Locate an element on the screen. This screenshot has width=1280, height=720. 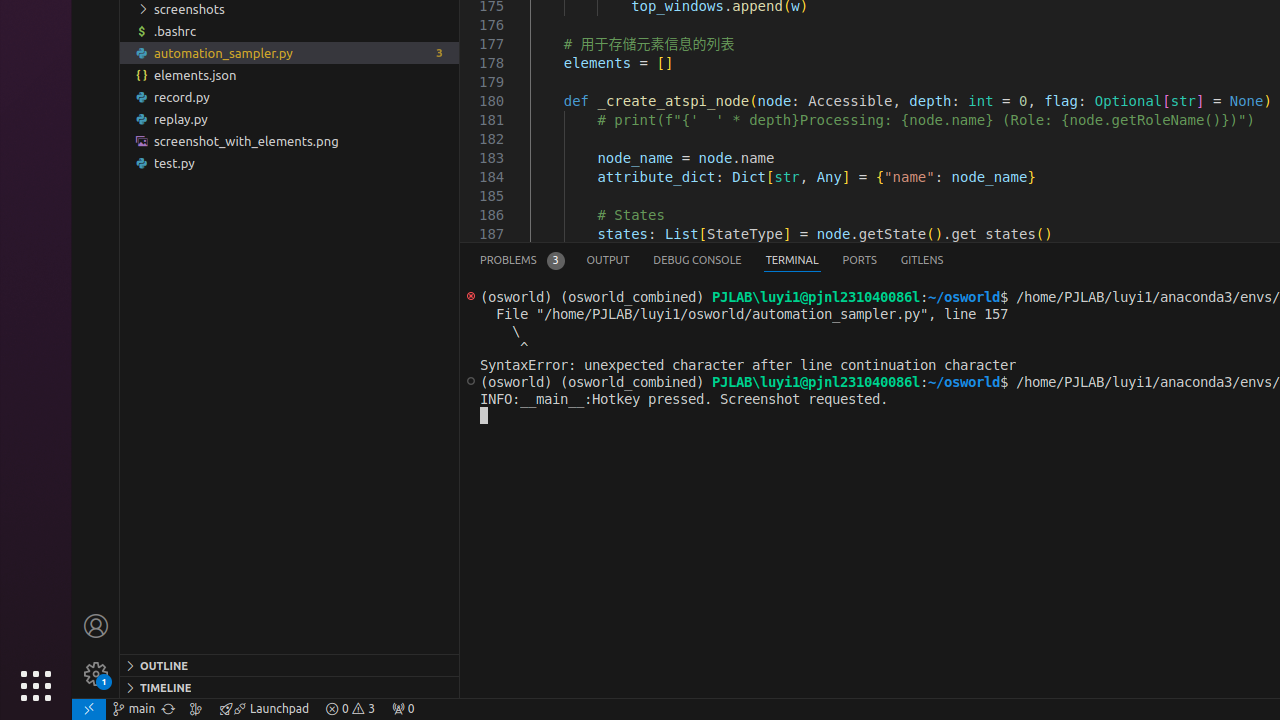
'Terminal (Ctrl+`)' is located at coordinates (790, 259).